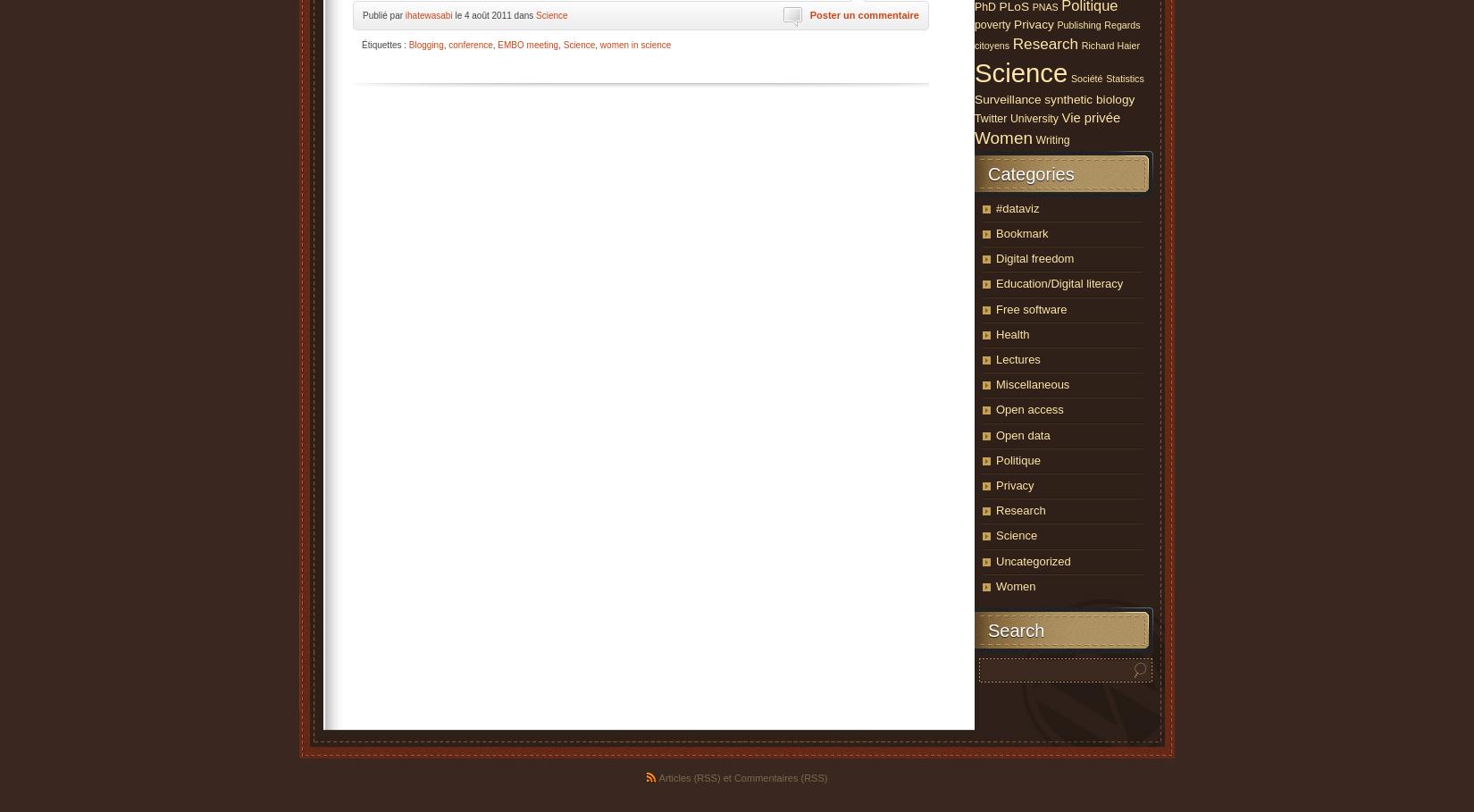  What do you see at coordinates (1123, 77) in the screenshot?
I see `'Statistics'` at bounding box center [1123, 77].